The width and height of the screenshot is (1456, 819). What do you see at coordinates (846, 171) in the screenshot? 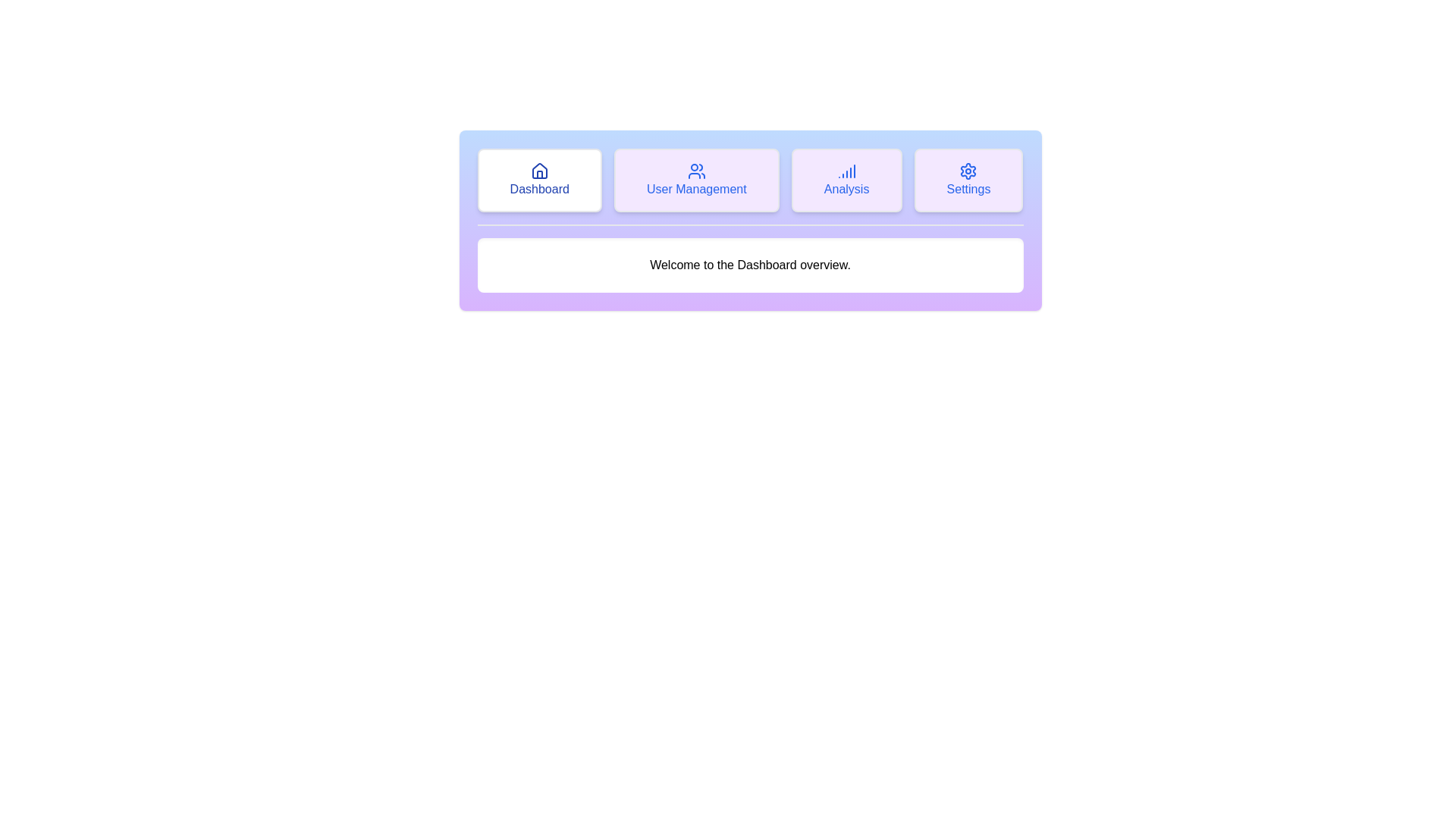
I see `the 'Analysis' button which contains the signal strength icon, positioned as the topmost and centered item inside the button` at bounding box center [846, 171].